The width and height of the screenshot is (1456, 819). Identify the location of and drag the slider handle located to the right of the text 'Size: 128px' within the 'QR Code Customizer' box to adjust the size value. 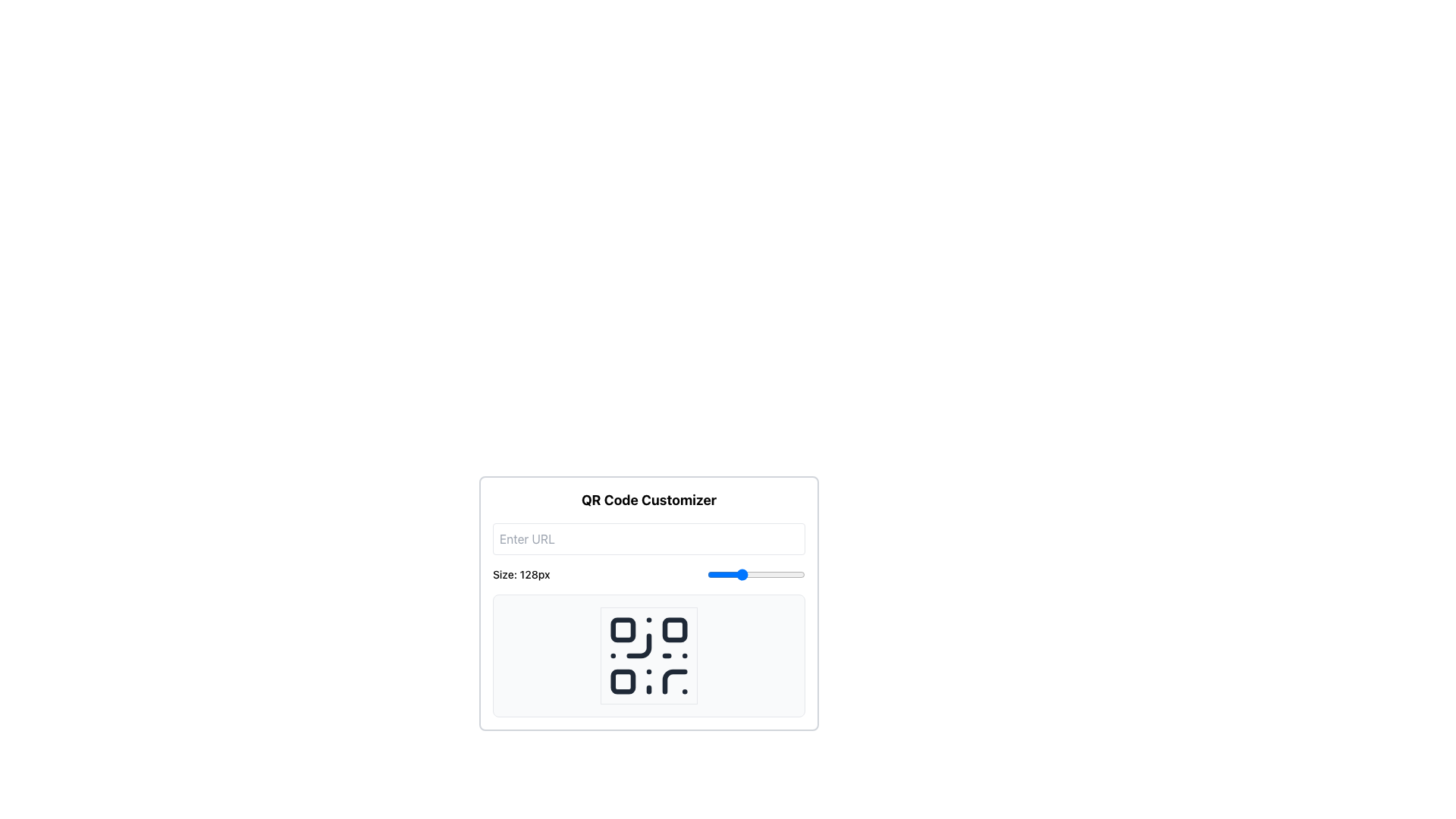
(756, 575).